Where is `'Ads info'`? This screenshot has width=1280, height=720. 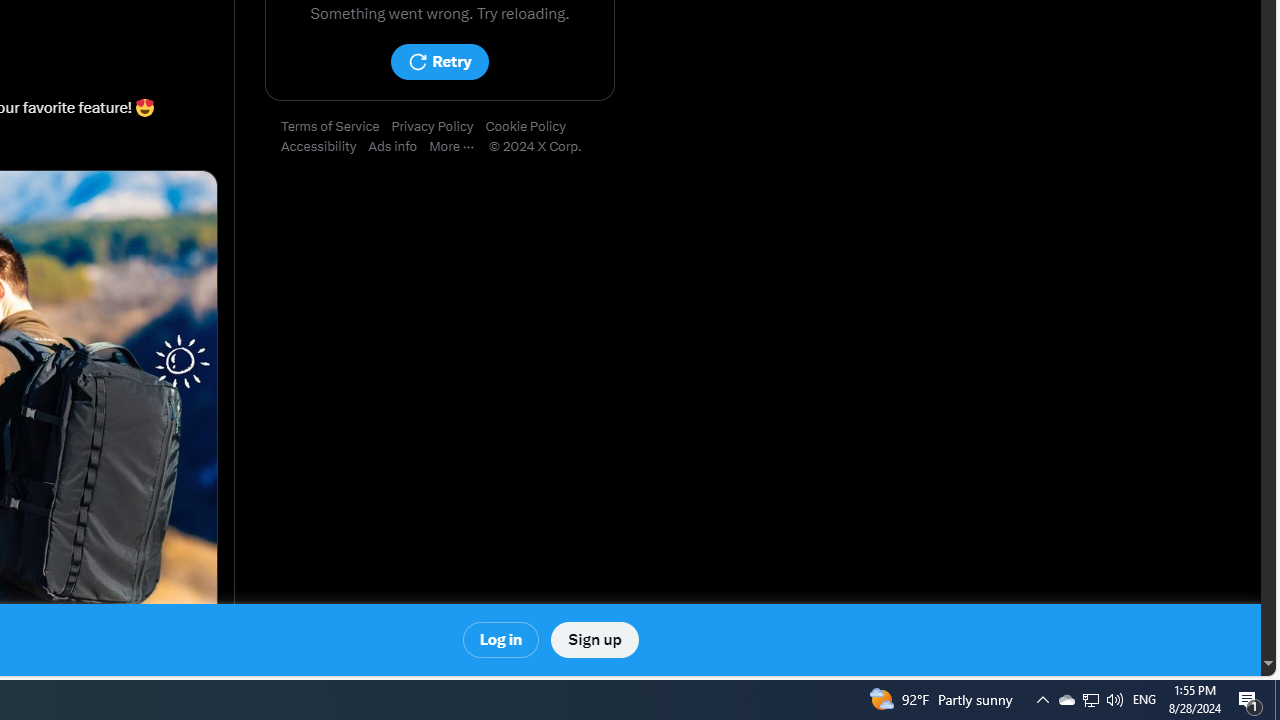 'Ads info' is located at coordinates (399, 146).